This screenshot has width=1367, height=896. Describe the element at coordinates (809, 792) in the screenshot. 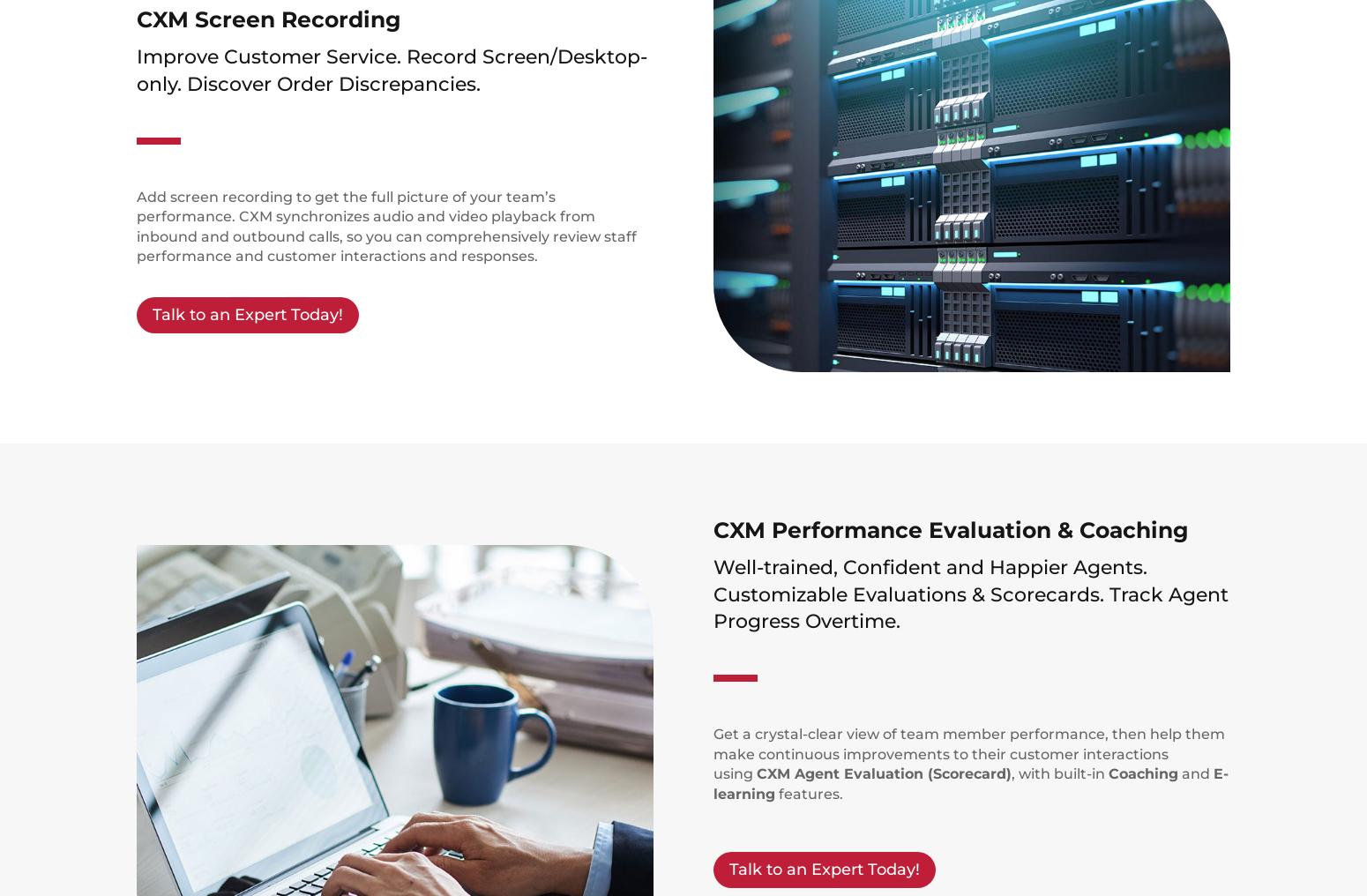

I see `'features.'` at that location.